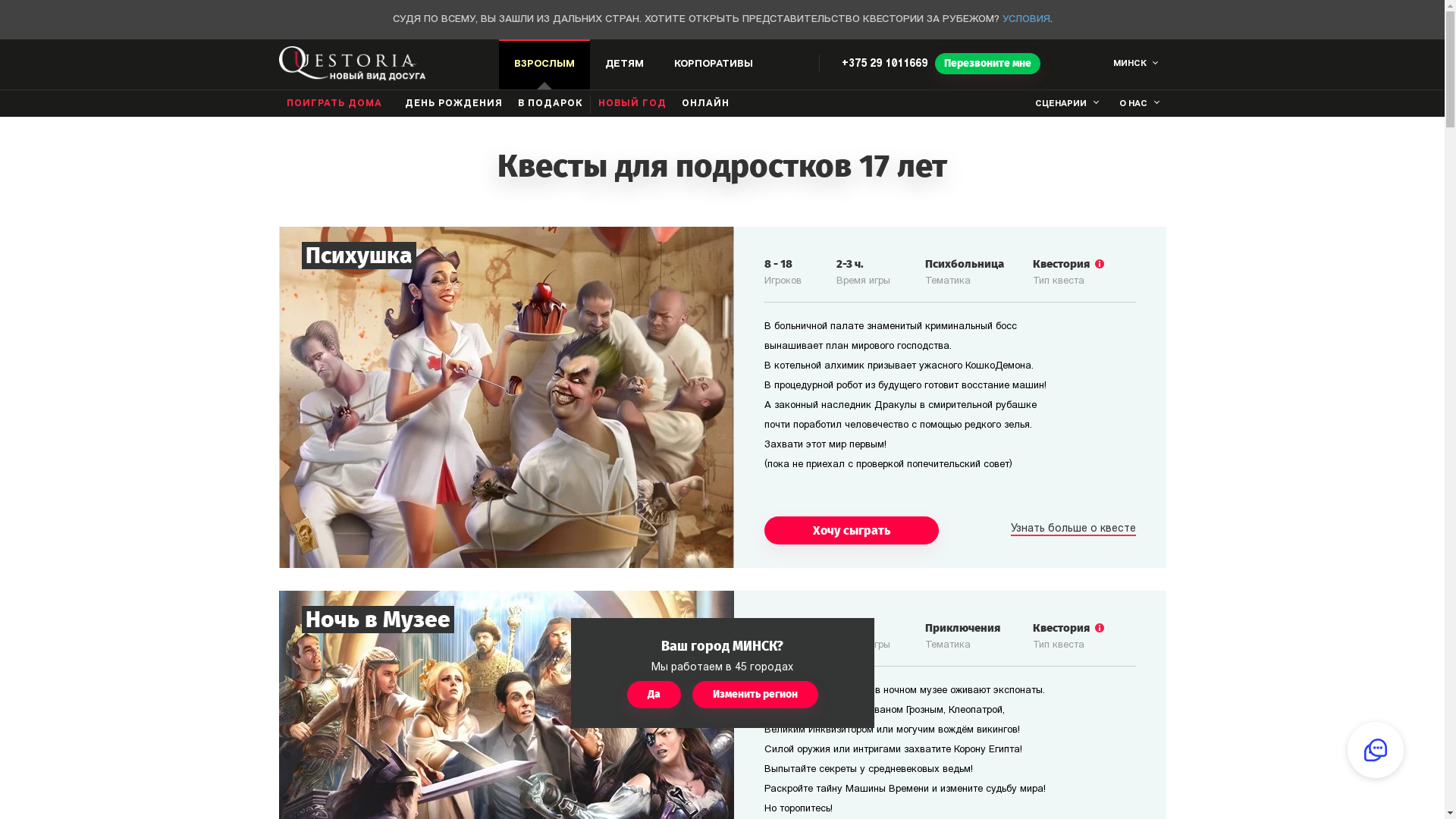 This screenshot has width=1456, height=819. Describe the element at coordinates (884, 63) in the screenshot. I see `'+375 29 1011669'` at that location.